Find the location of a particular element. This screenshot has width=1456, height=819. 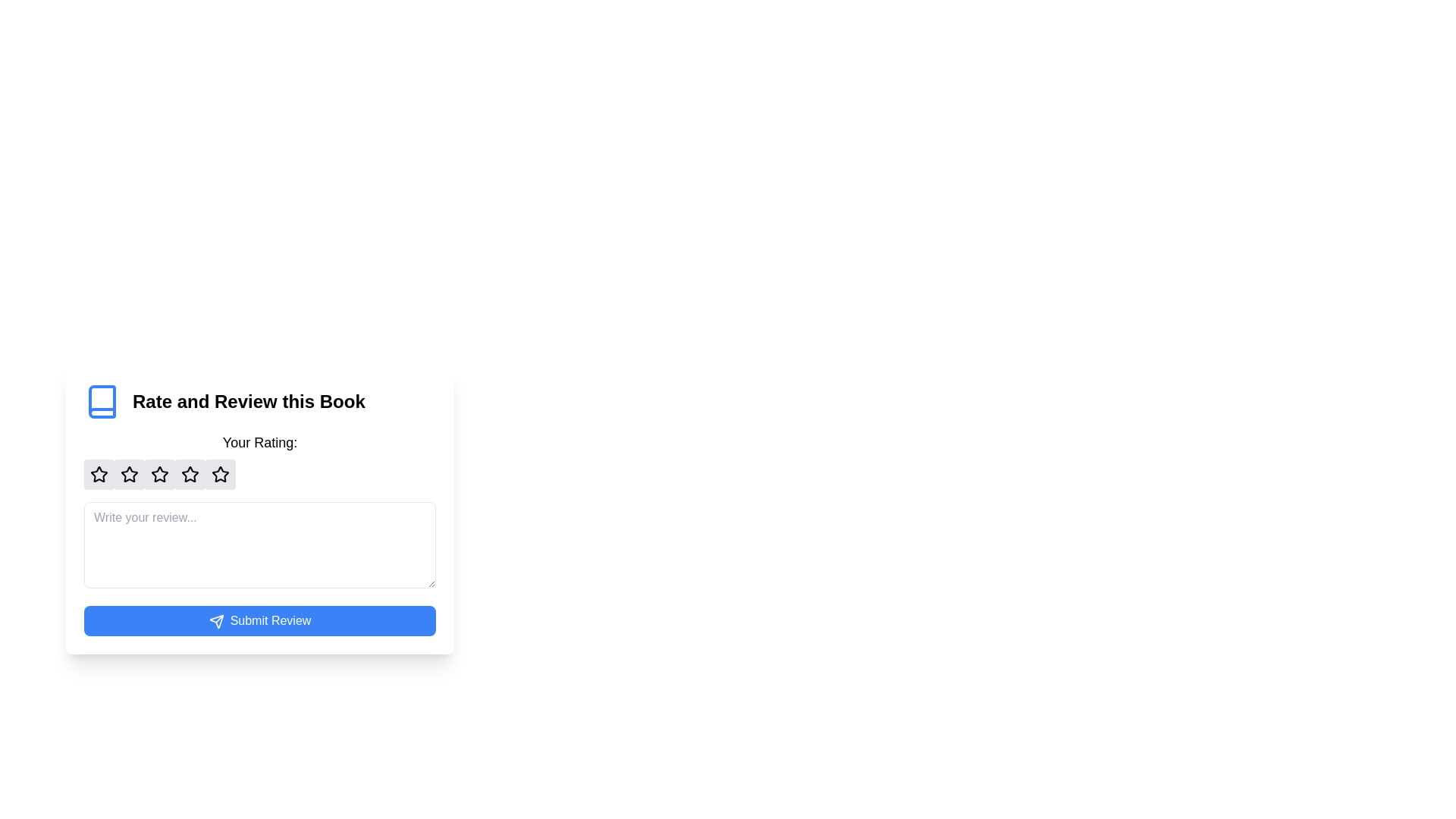

the first star icon in the five-star rating system under the label 'Your Rating' to highlight it is located at coordinates (130, 473).